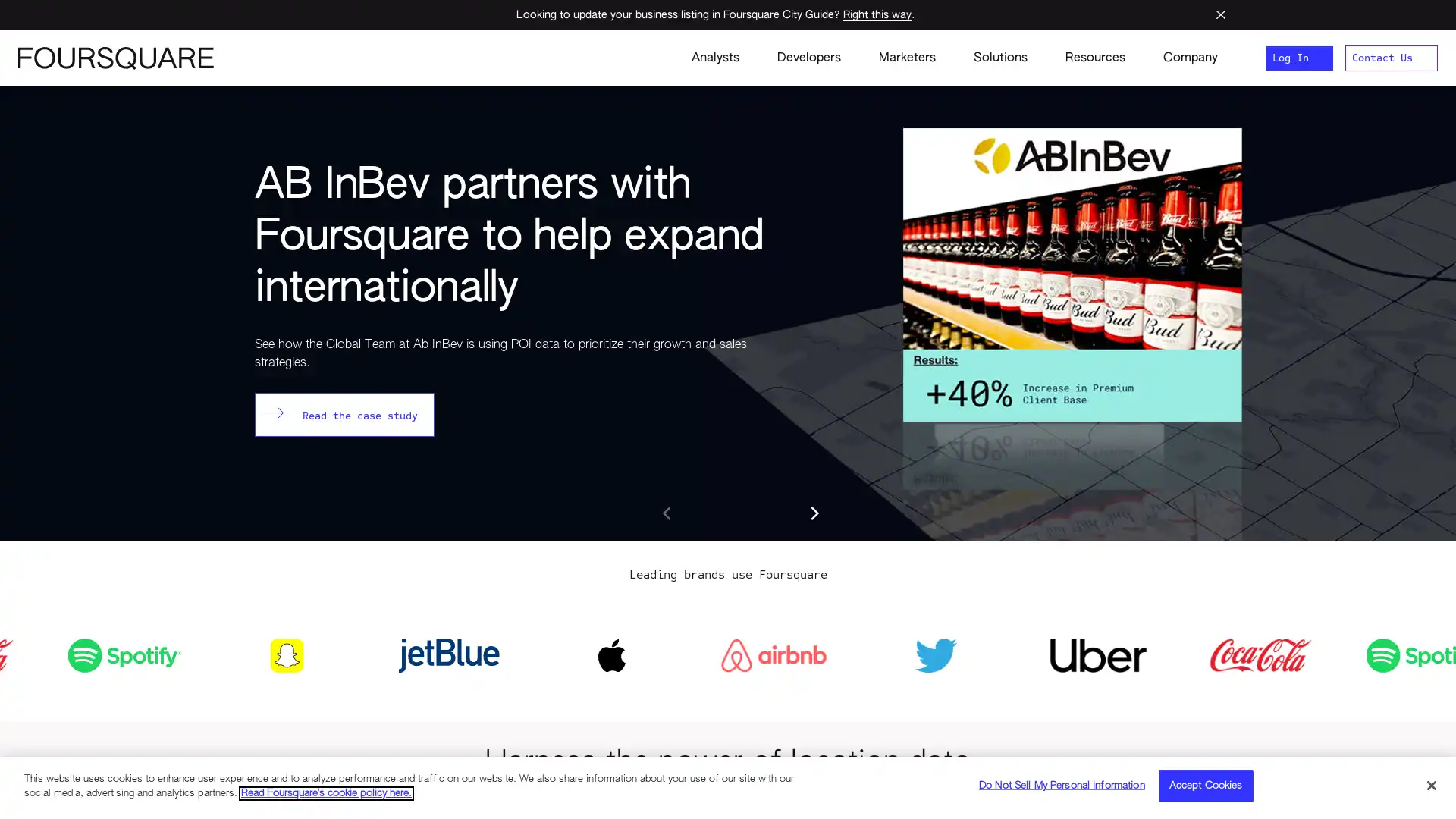 This screenshot has height=819, width=1456. I want to click on Previous, so click(667, 513).